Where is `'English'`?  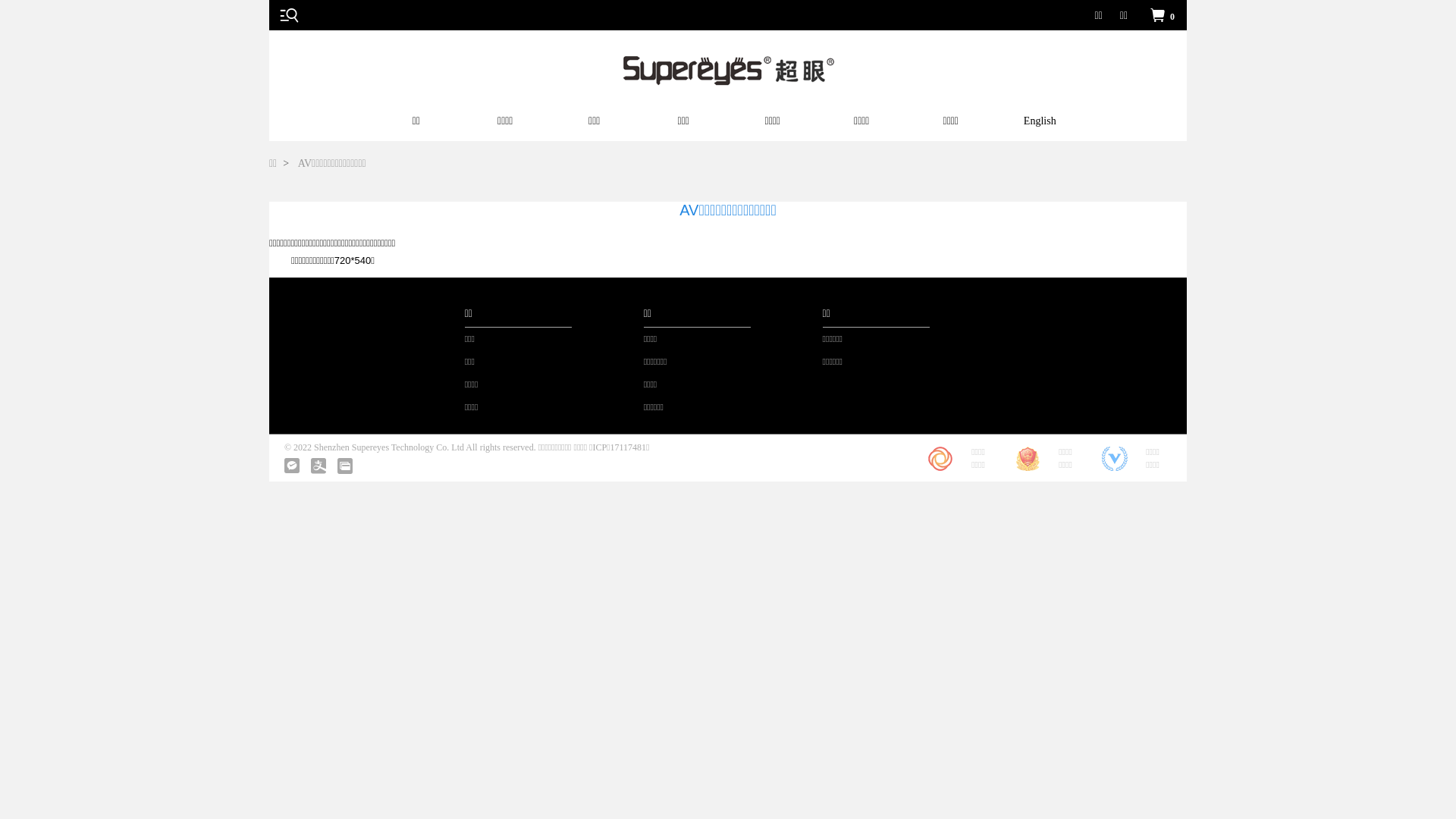
'English' is located at coordinates (1039, 123).